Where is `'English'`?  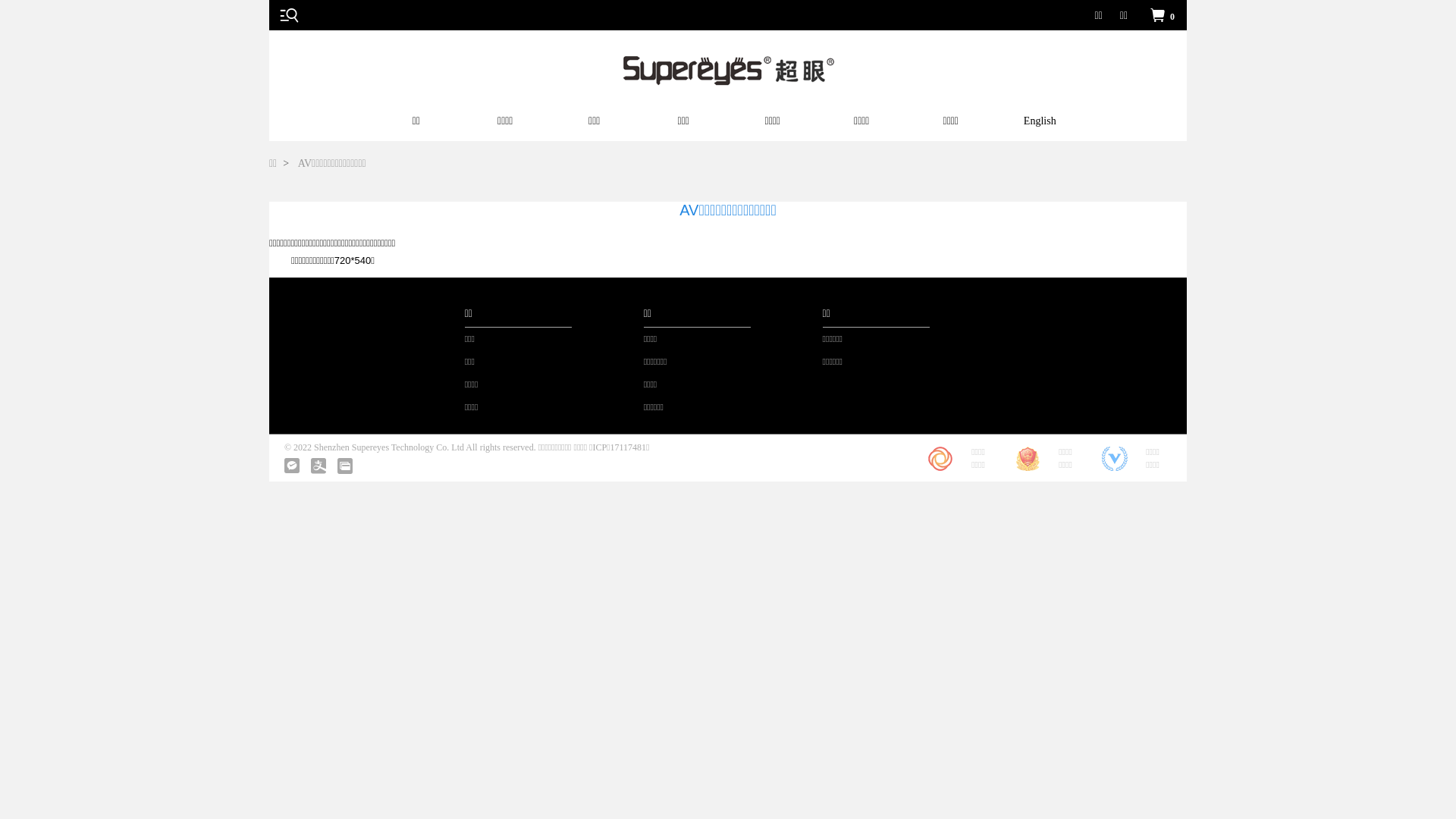
'English' is located at coordinates (1039, 123).